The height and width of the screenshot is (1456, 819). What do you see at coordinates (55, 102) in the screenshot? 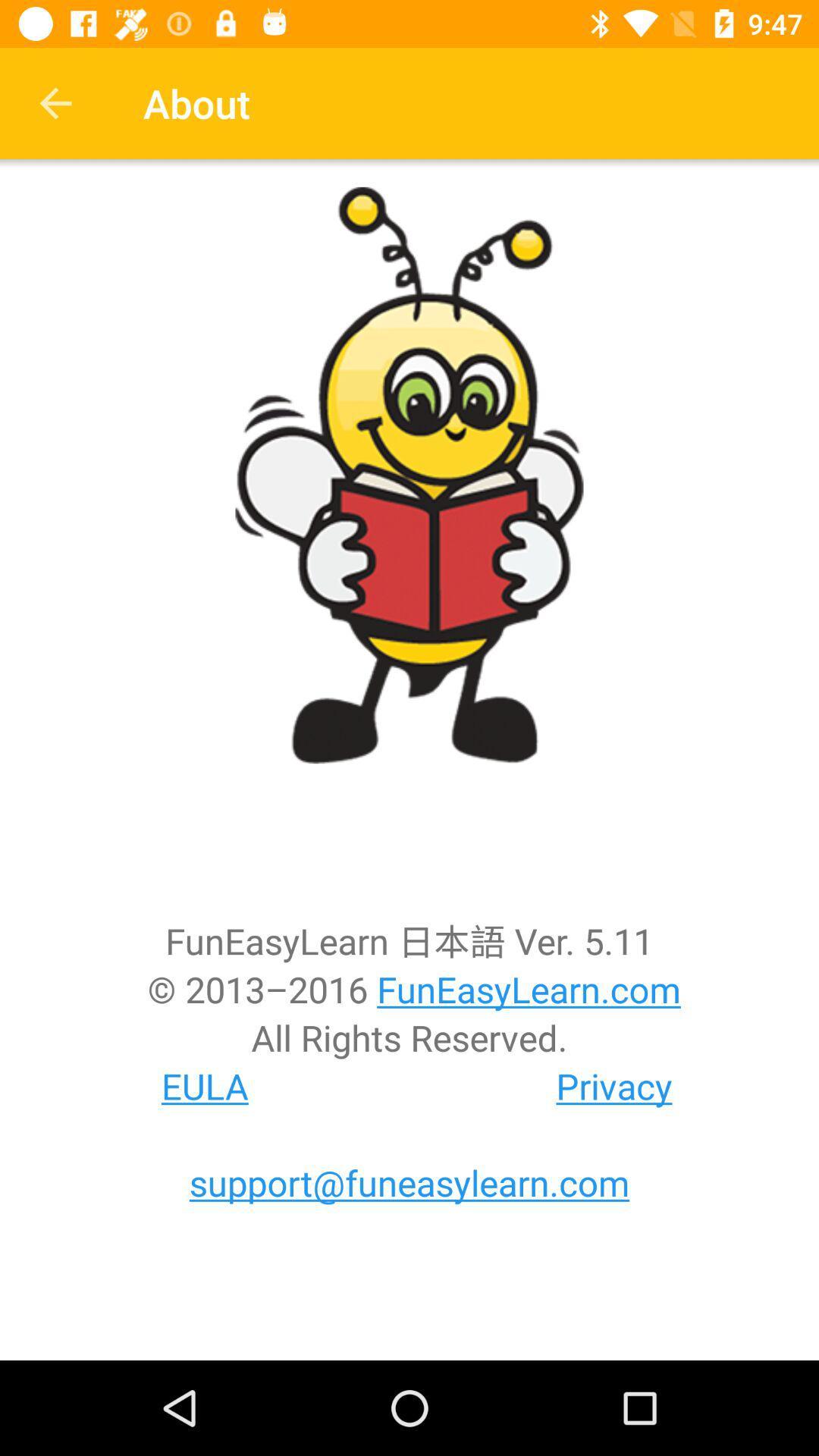
I see `item to the left of the about` at bounding box center [55, 102].